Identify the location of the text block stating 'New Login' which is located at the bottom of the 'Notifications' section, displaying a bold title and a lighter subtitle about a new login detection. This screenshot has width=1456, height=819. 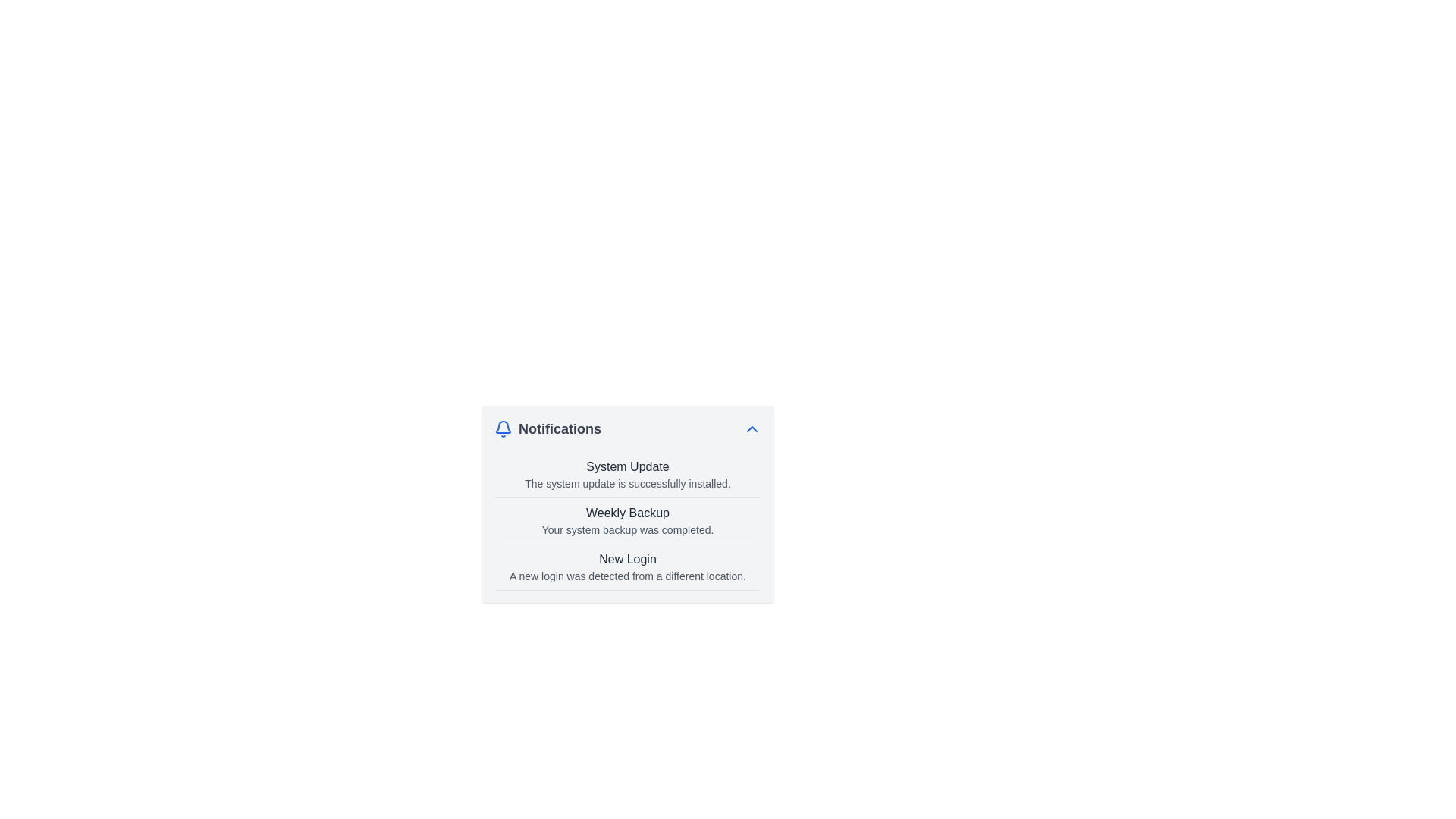
(628, 567).